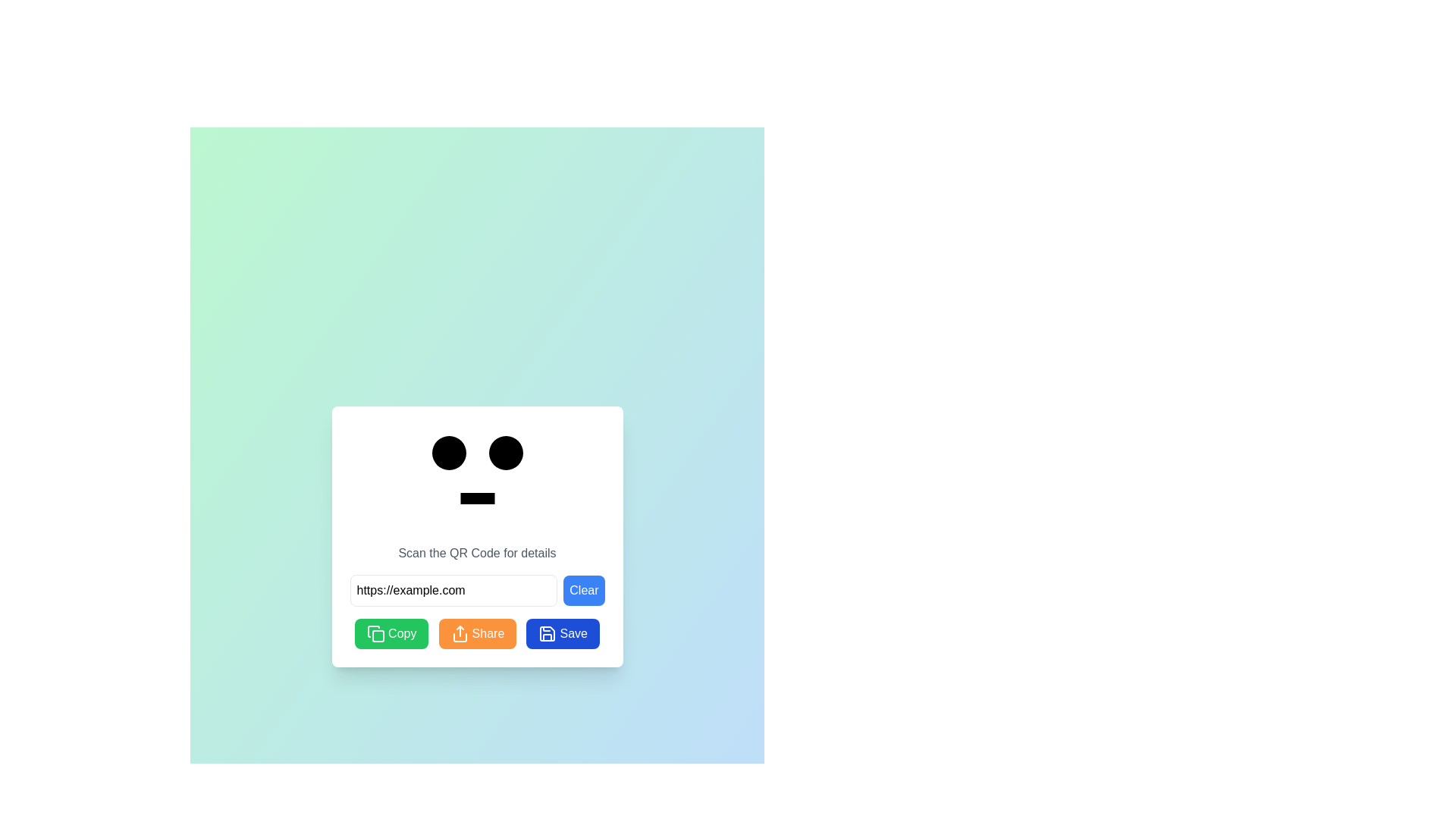 Image resolution: width=1456 pixels, height=819 pixels. What do you see at coordinates (476, 634) in the screenshot?
I see `the 'Share' button, which has an orange background and white text, located as the second button in a row of three action buttons at the bottom of the dialog box` at bounding box center [476, 634].